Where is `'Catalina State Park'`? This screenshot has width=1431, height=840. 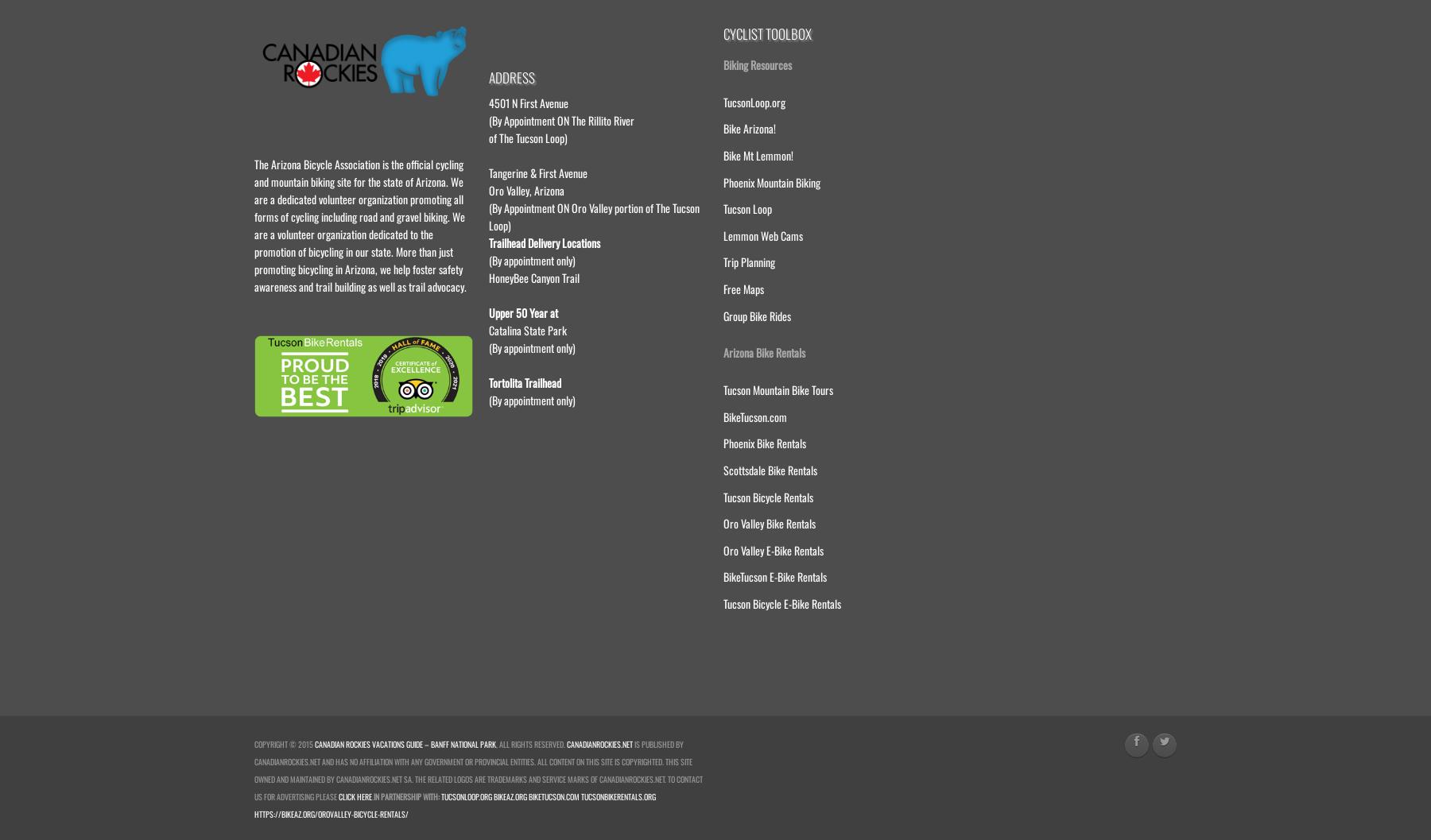
'Catalina State Park' is located at coordinates (489, 328).